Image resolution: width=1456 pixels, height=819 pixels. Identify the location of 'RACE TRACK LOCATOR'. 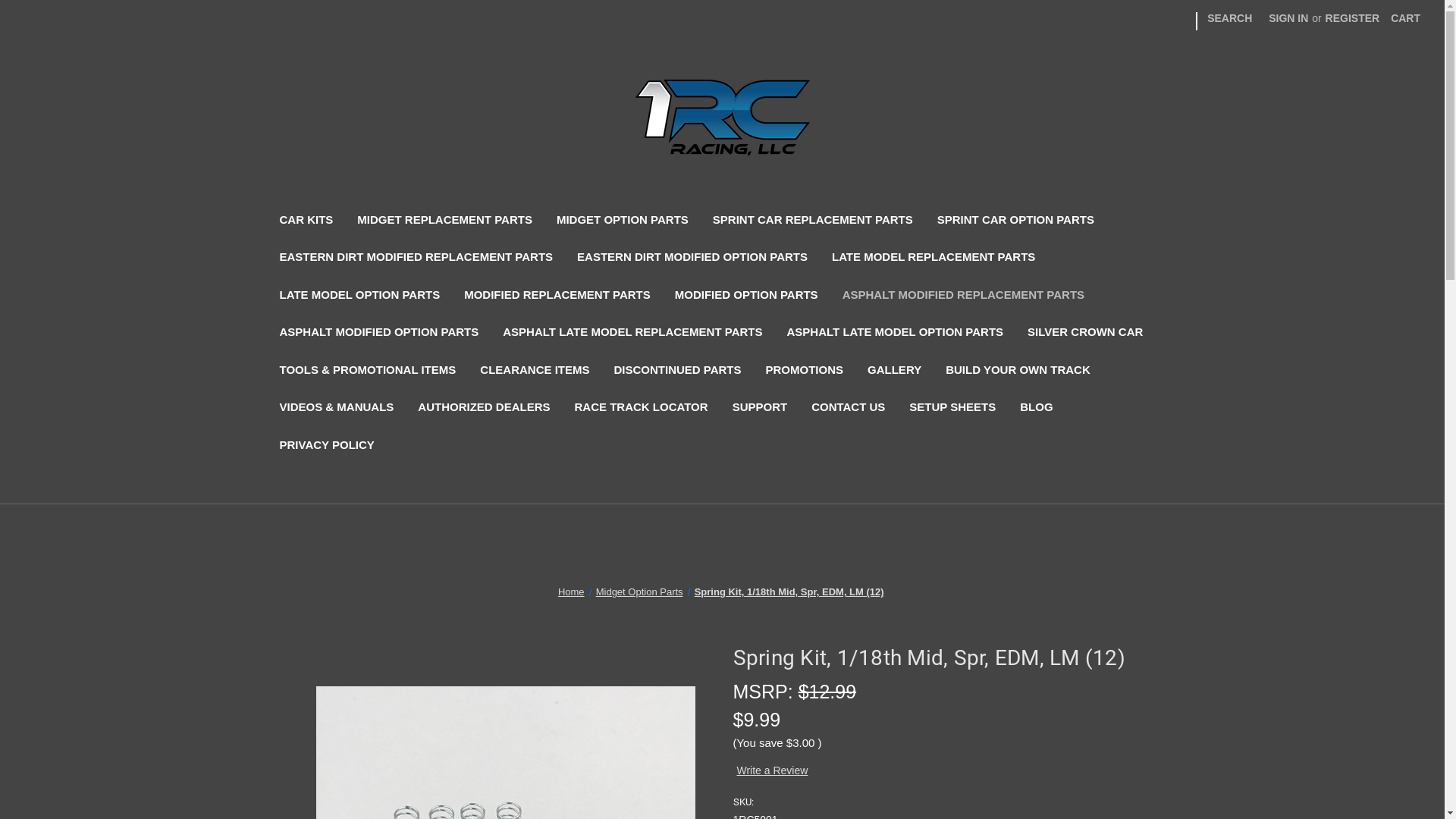
(641, 408).